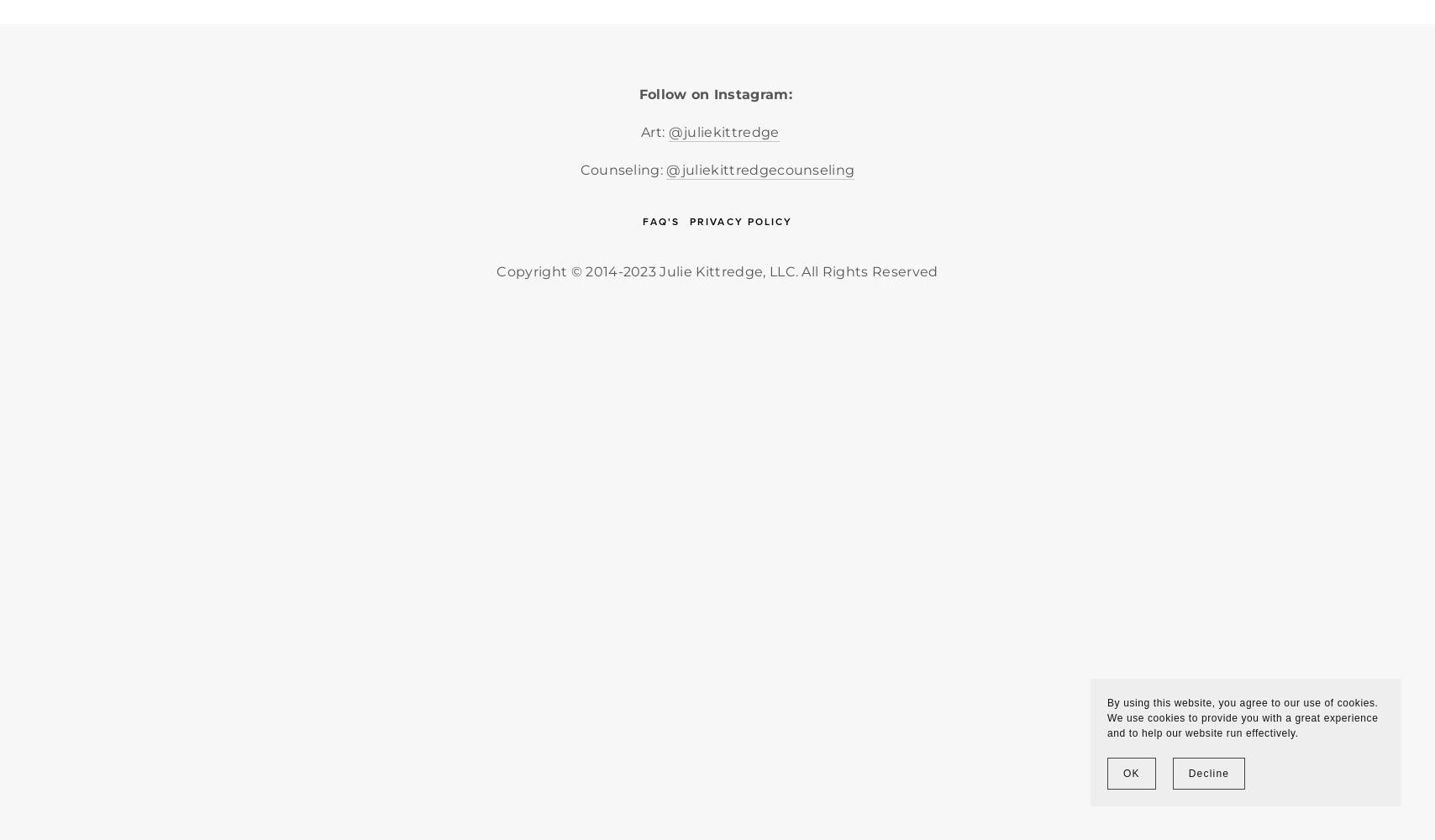  I want to click on 'Decline', so click(1208, 774).